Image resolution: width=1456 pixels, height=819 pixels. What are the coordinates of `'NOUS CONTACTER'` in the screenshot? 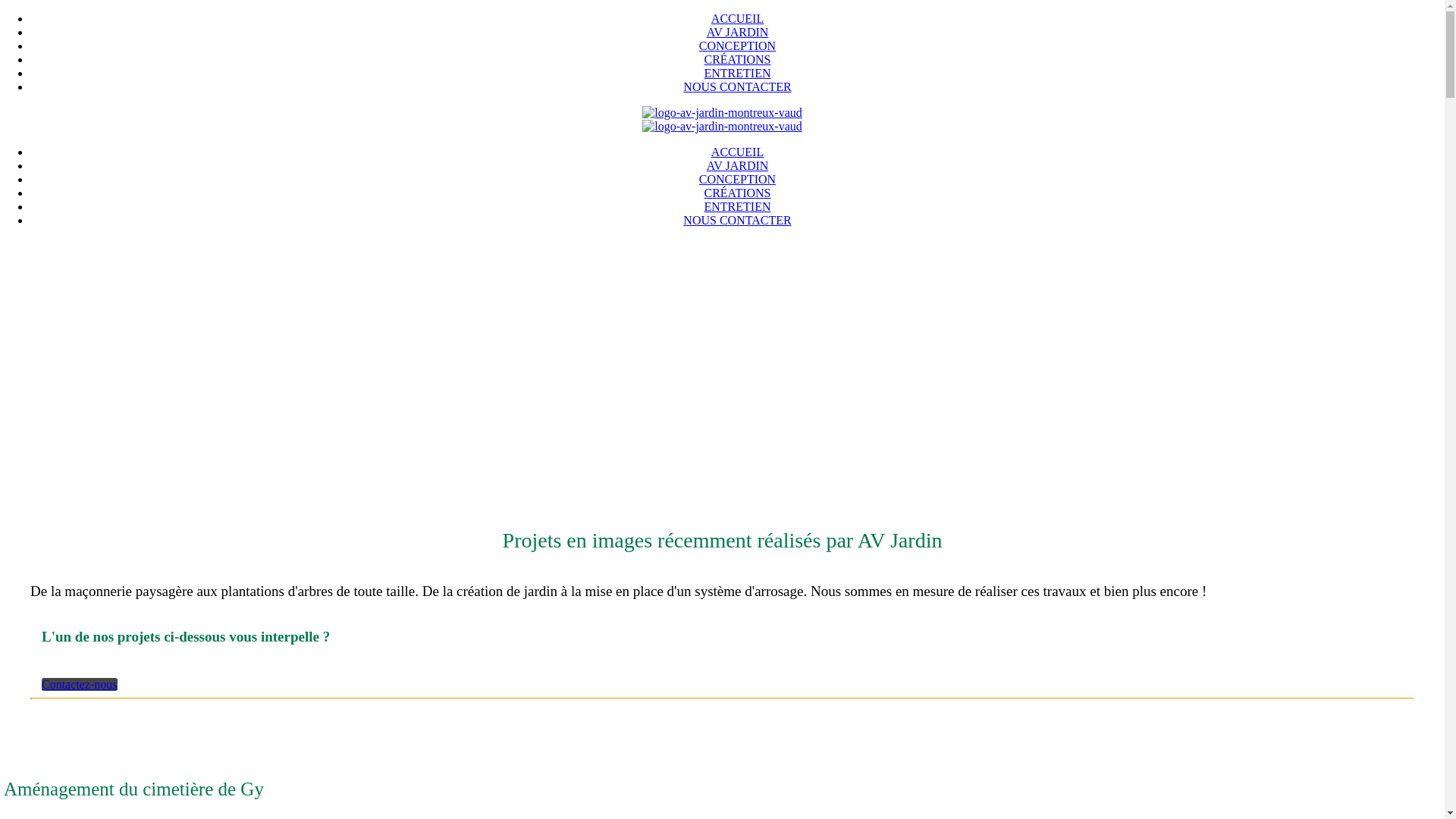 It's located at (736, 86).